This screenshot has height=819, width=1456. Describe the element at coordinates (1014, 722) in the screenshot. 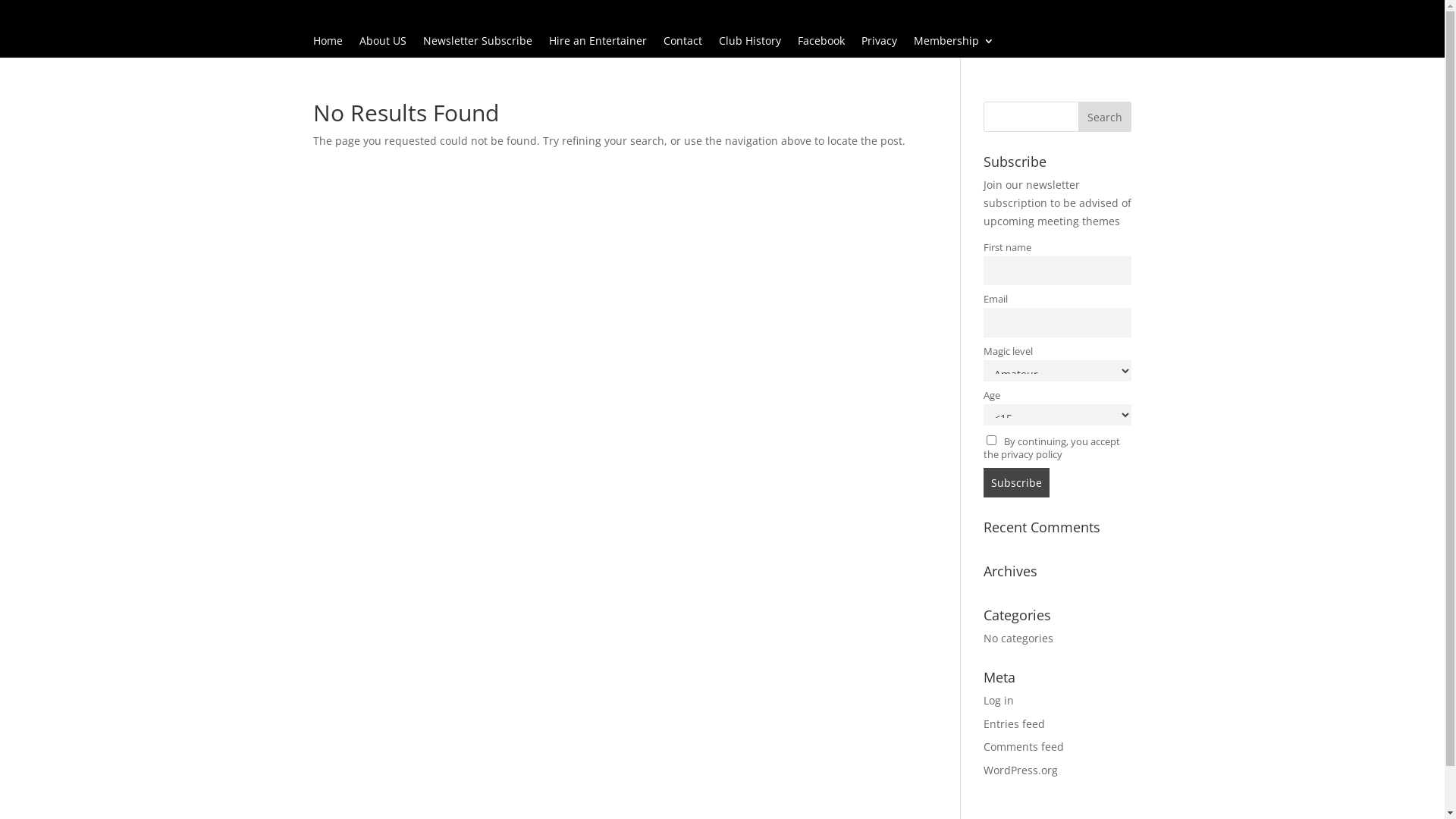

I see `'Entries feed'` at that location.